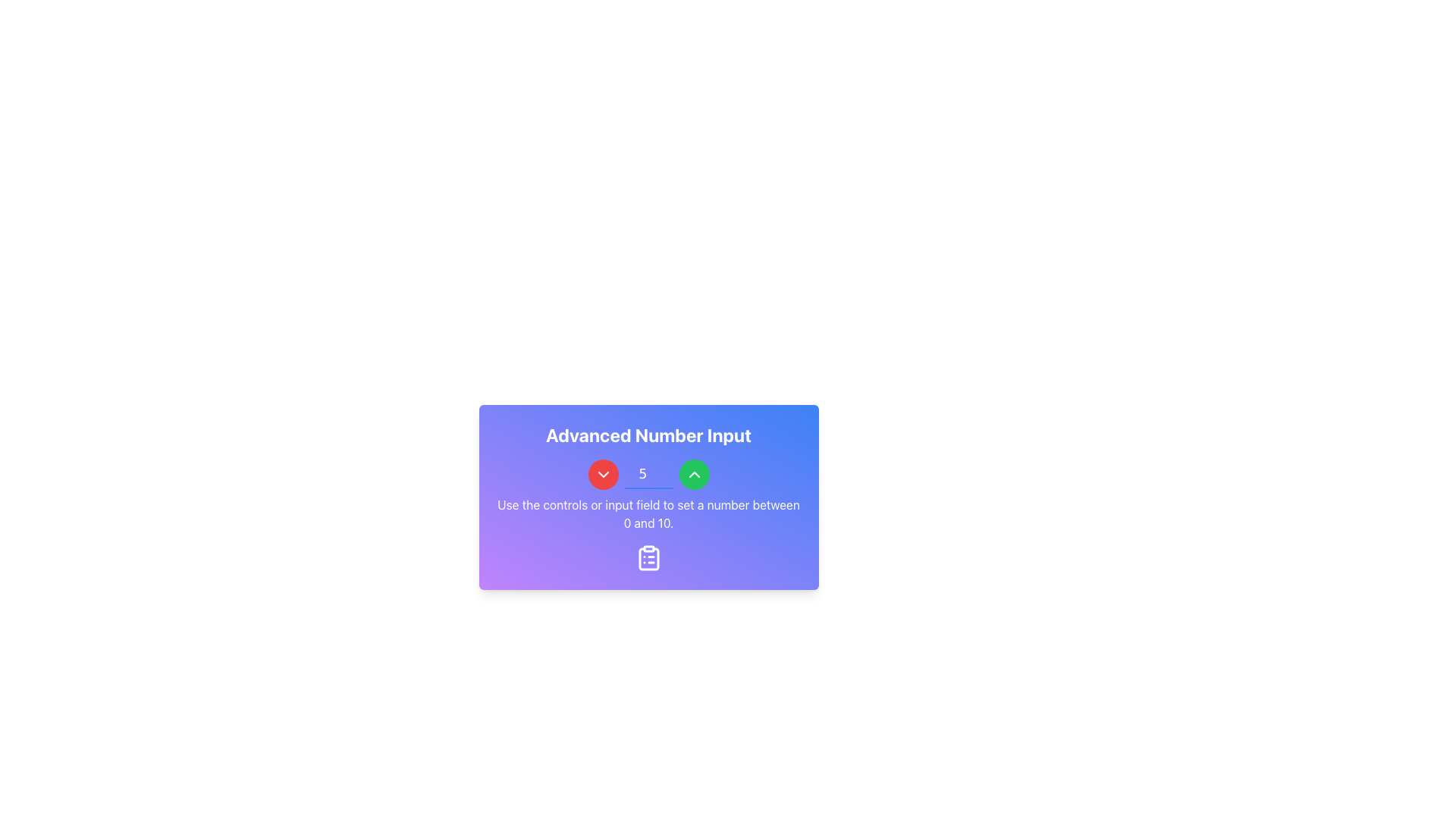  Describe the element at coordinates (648, 558) in the screenshot. I see `the clipboard icon with a list, which is displayed in white against a gradient blue and purple background, located in the lower part of the Advanced Number Input box, centered below the instruction text` at that location.